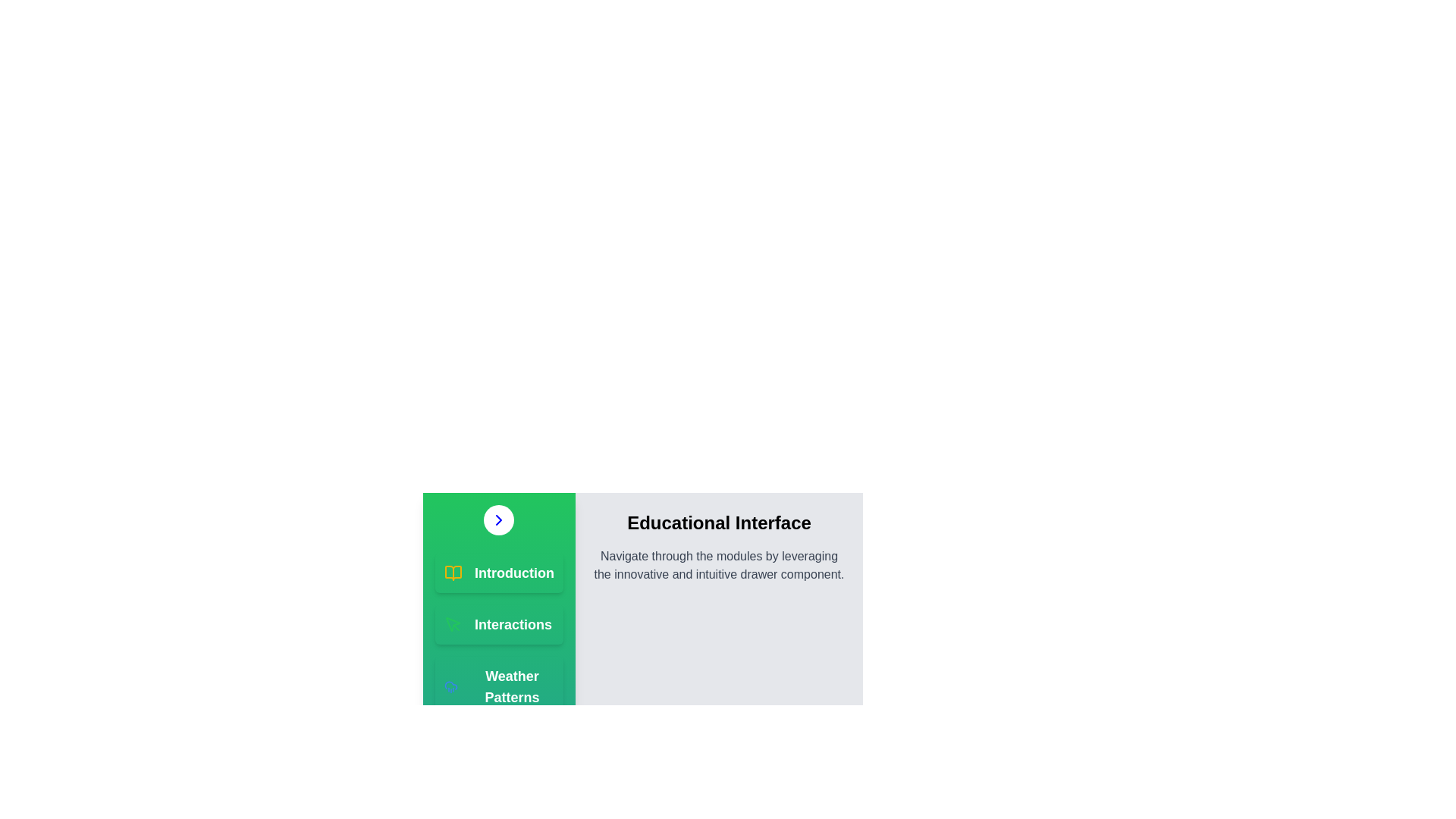  I want to click on button with the chevron icon to toggle the drawer's open/close state, so click(498, 519).